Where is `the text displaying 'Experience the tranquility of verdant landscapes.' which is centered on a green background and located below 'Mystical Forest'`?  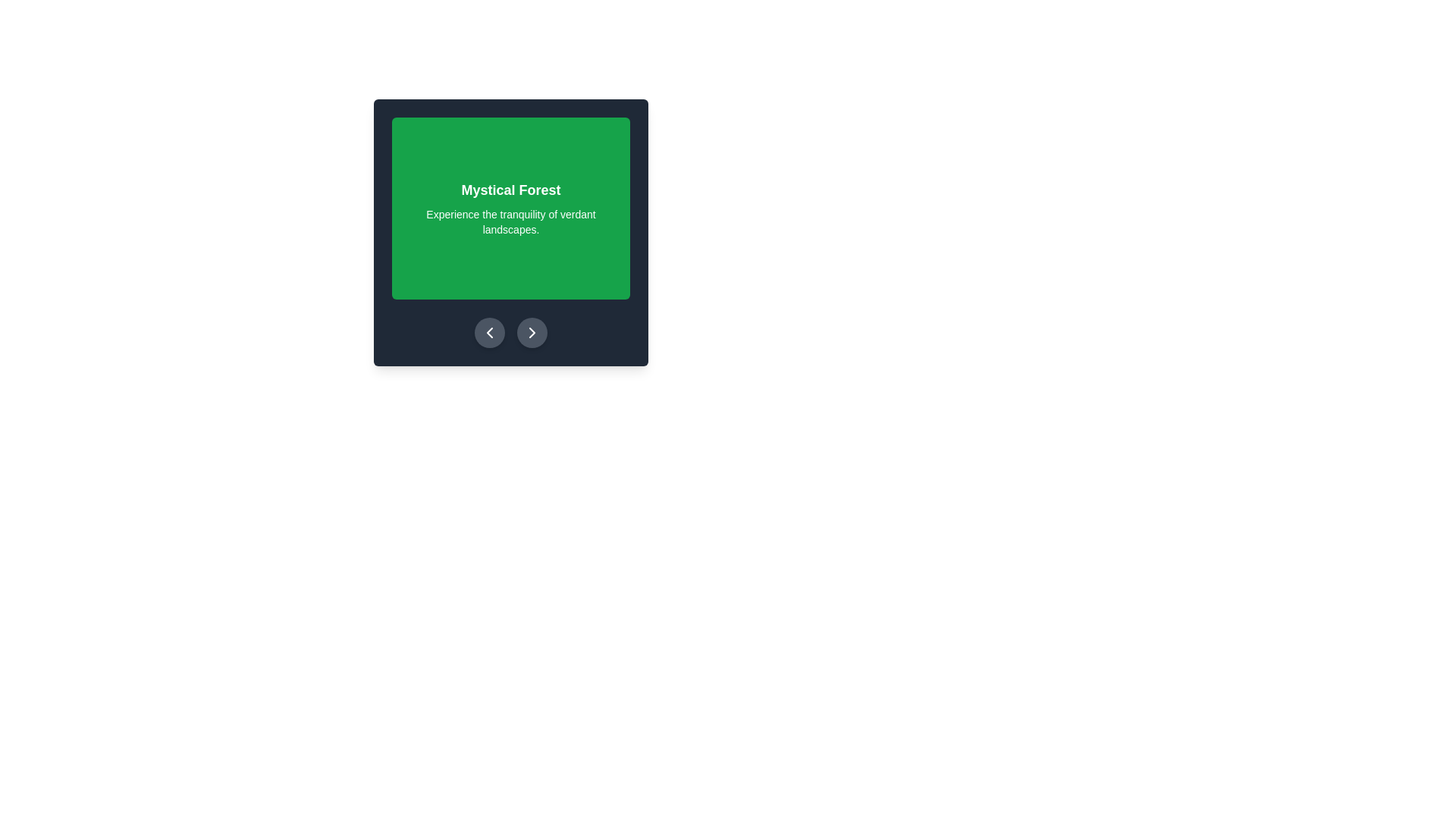 the text displaying 'Experience the tranquility of verdant landscapes.' which is centered on a green background and located below 'Mystical Forest' is located at coordinates (510, 222).